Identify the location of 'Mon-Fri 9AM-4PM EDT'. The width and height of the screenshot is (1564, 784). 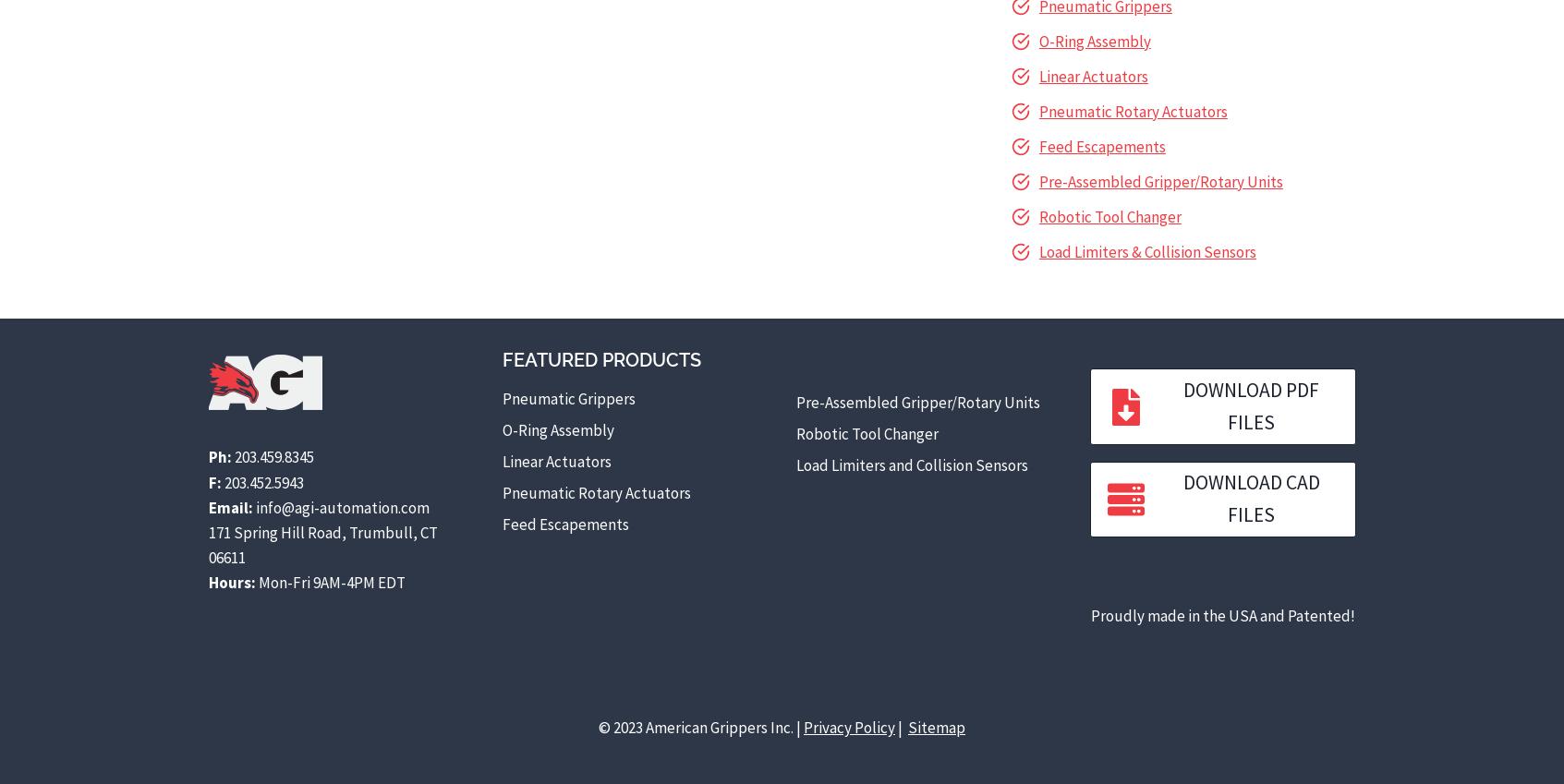
(330, 582).